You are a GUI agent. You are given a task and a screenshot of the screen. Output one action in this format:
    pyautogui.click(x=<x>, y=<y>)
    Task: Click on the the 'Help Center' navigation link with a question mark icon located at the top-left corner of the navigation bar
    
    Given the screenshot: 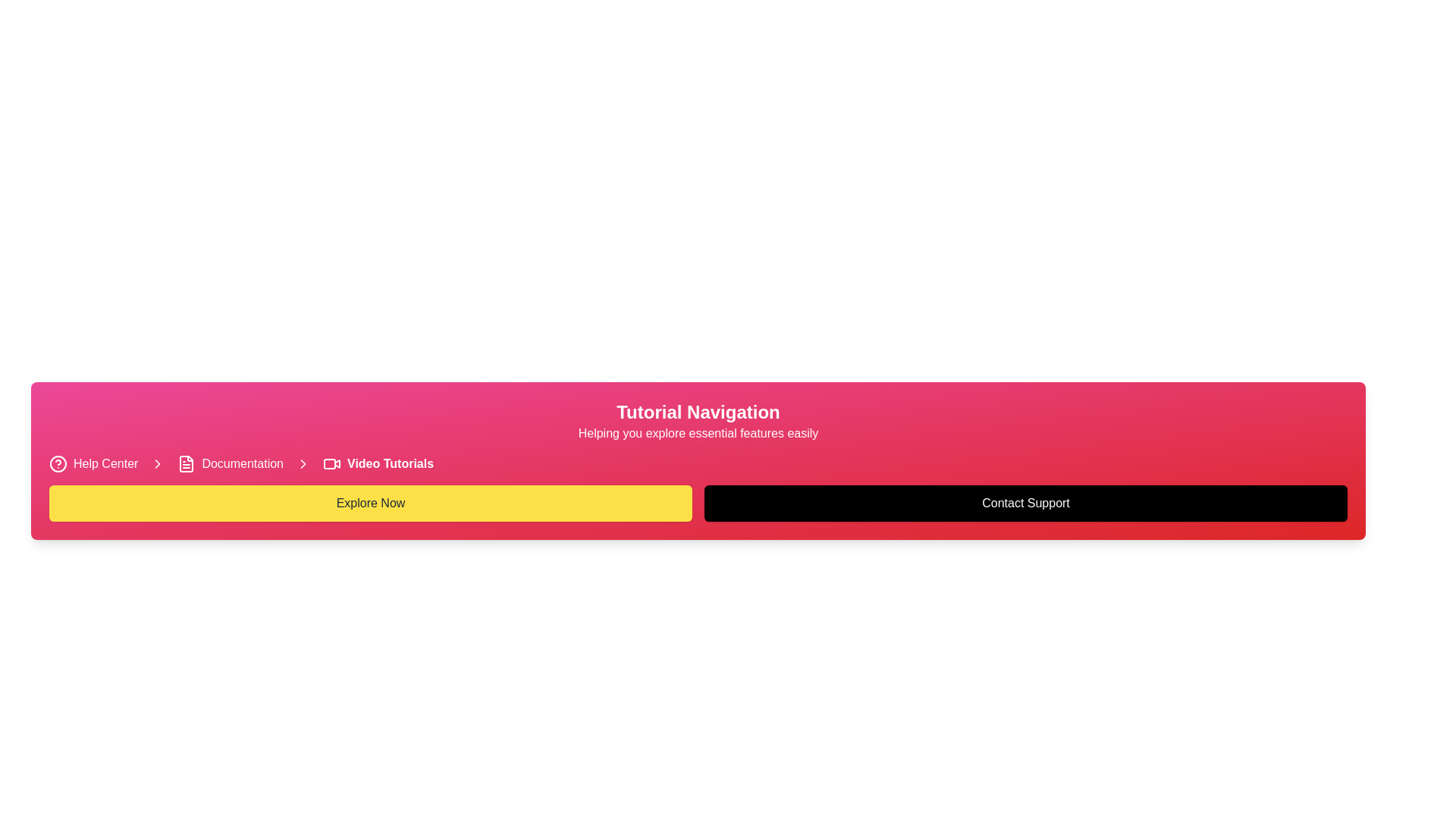 What is the action you would take?
    pyautogui.click(x=93, y=463)
    